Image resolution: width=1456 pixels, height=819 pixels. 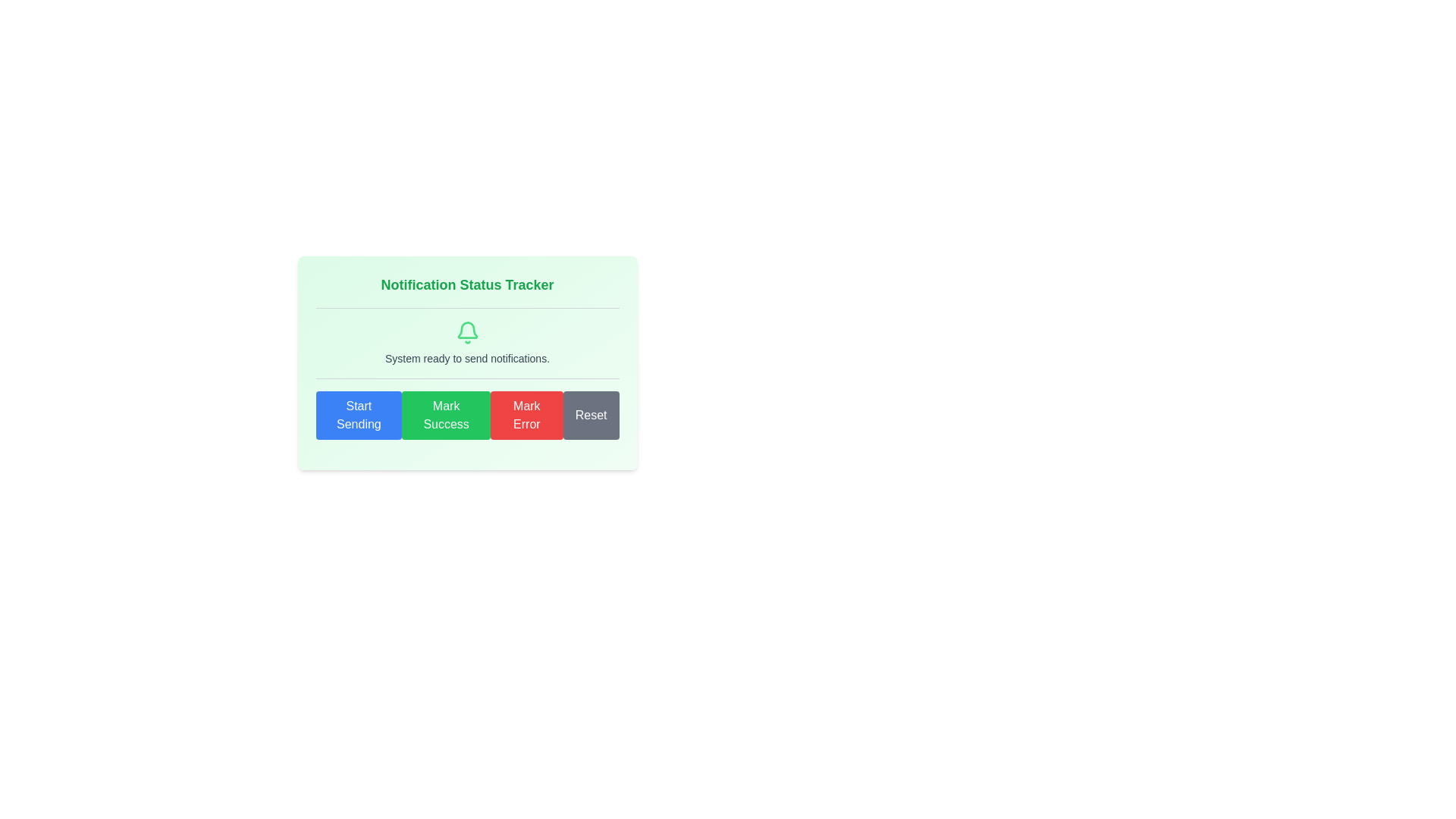 I want to click on the success button located below the 'Notification Status Tracker', so click(x=466, y=415).